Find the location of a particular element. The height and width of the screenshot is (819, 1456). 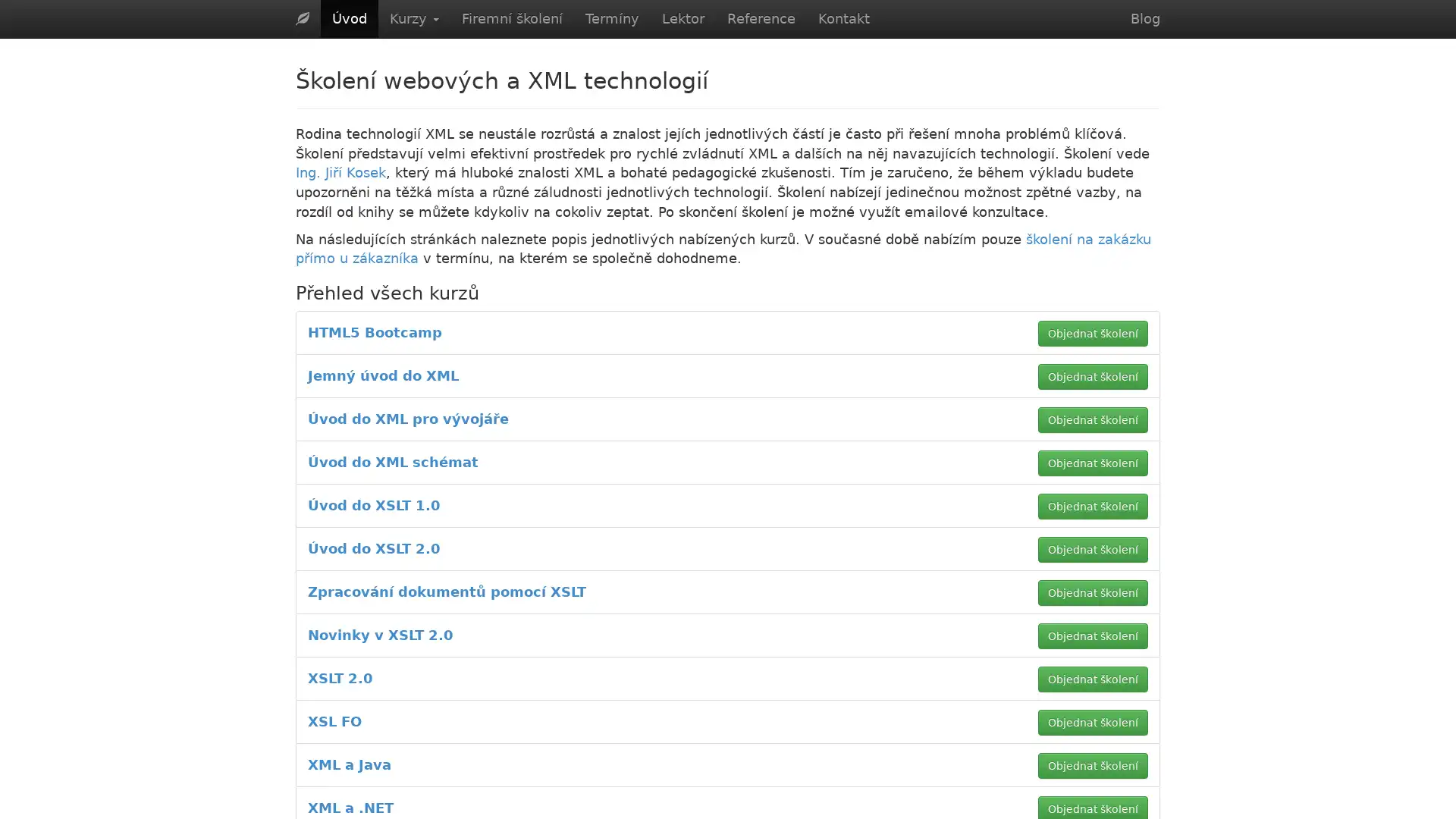

Objednat skoleni is located at coordinates (1093, 678).